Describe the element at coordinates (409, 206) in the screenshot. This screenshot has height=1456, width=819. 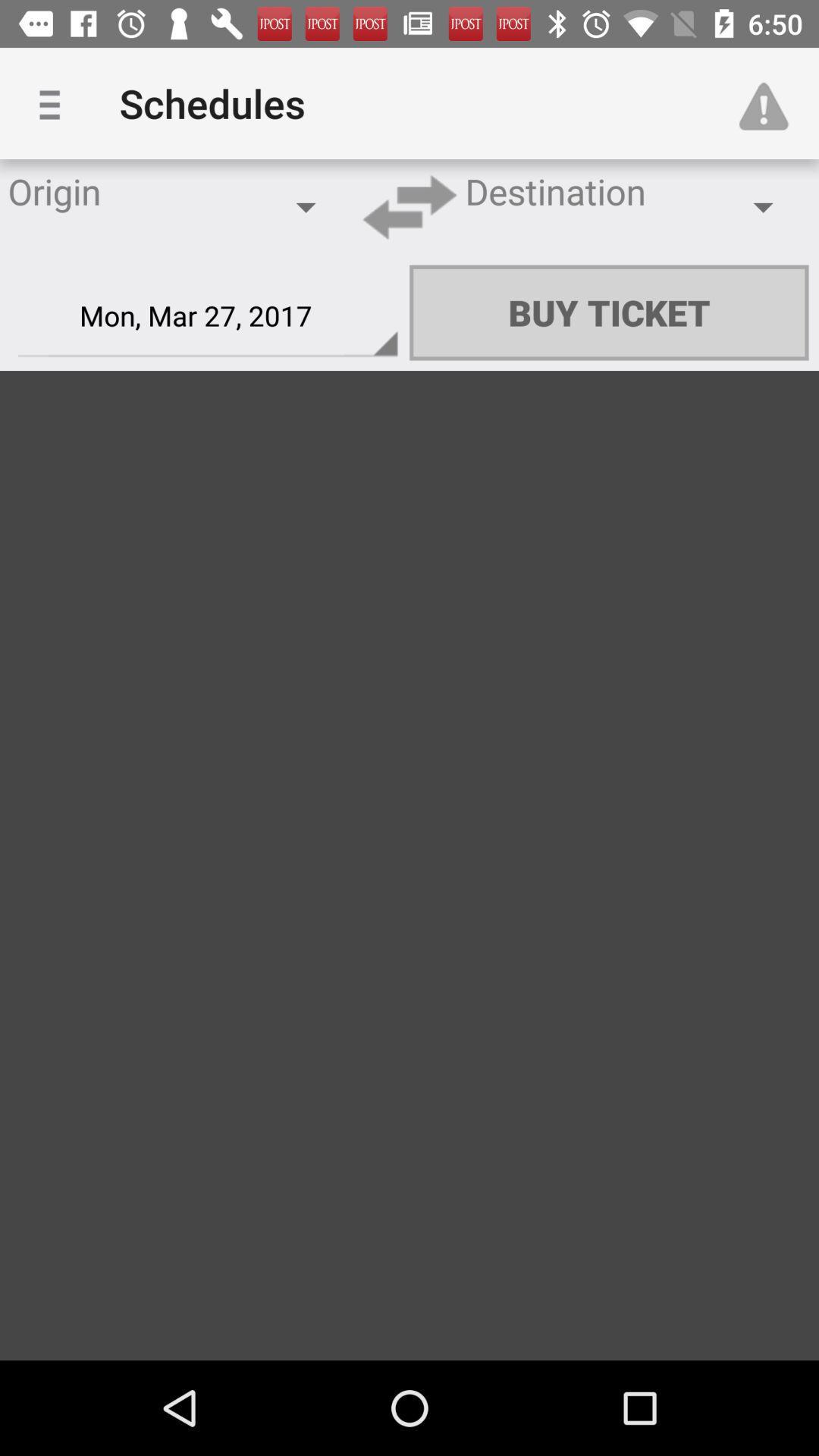
I see `icon to the left of the destination item` at that location.